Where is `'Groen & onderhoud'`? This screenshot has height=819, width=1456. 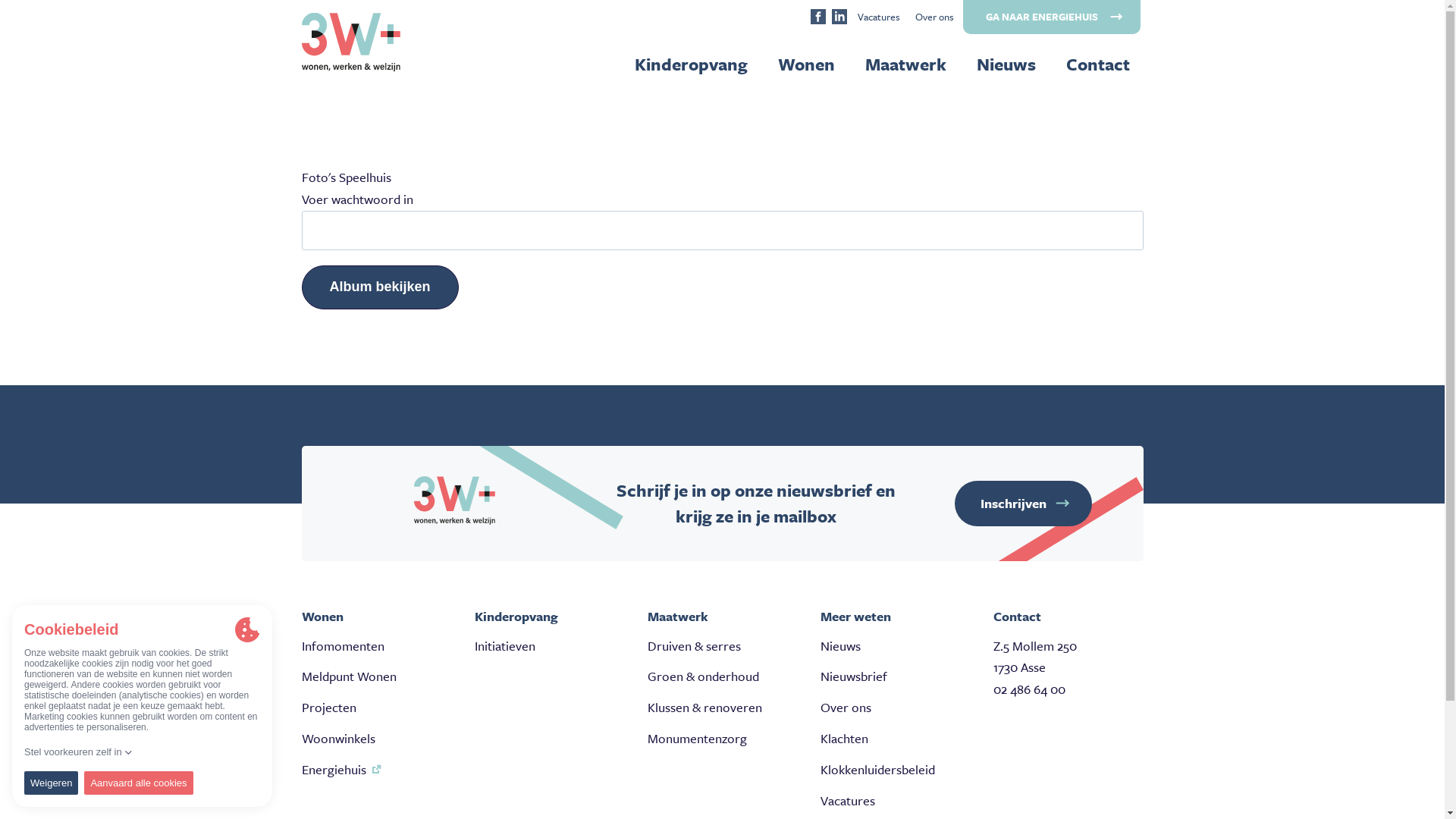
'Groen & onderhoud' is located at coordinates (702, 675).